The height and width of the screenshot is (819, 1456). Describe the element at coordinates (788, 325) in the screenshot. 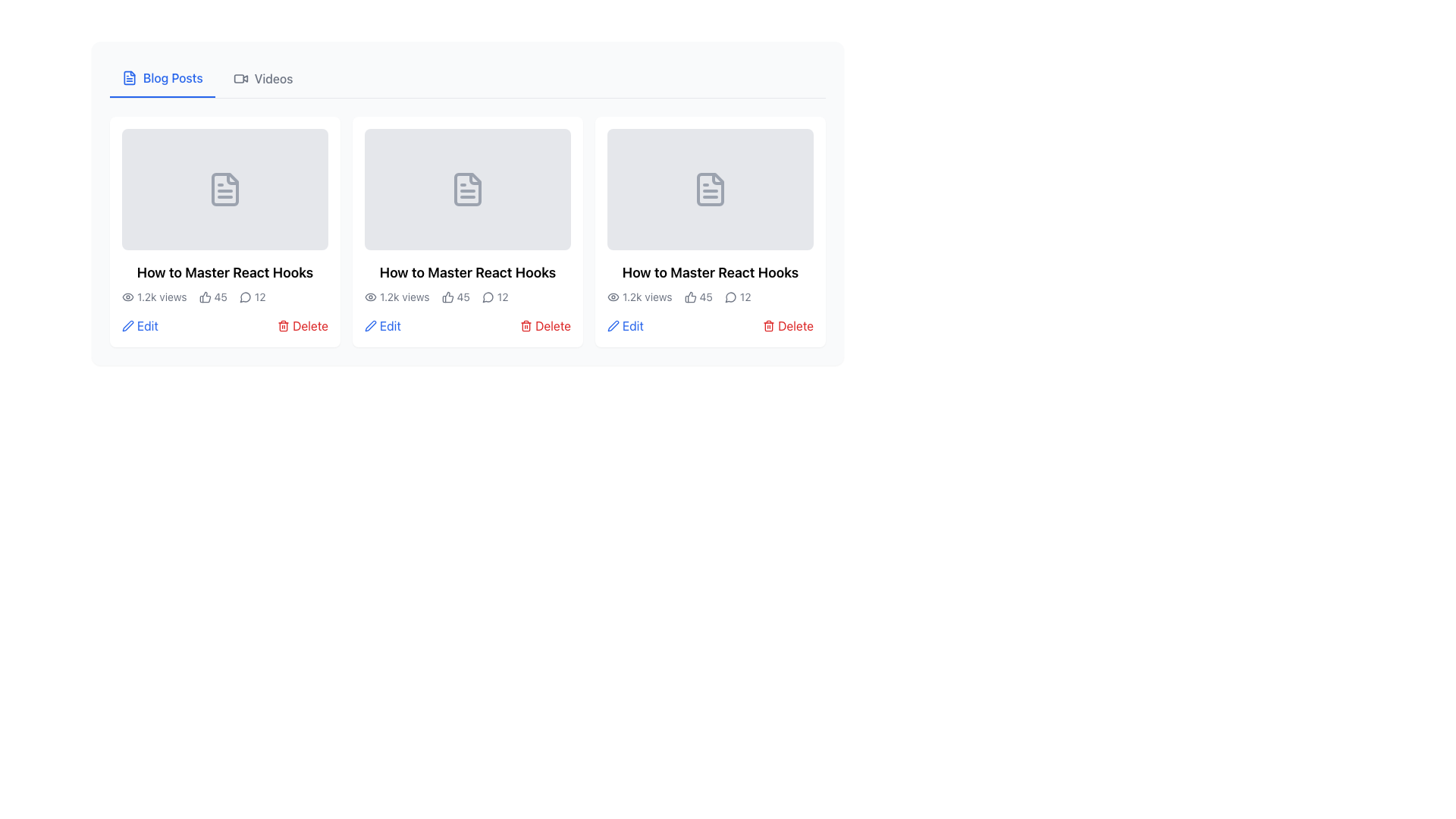

I see `the red 'Delete' button with a trash can icon located at the bottom-right of the last card` at that location.